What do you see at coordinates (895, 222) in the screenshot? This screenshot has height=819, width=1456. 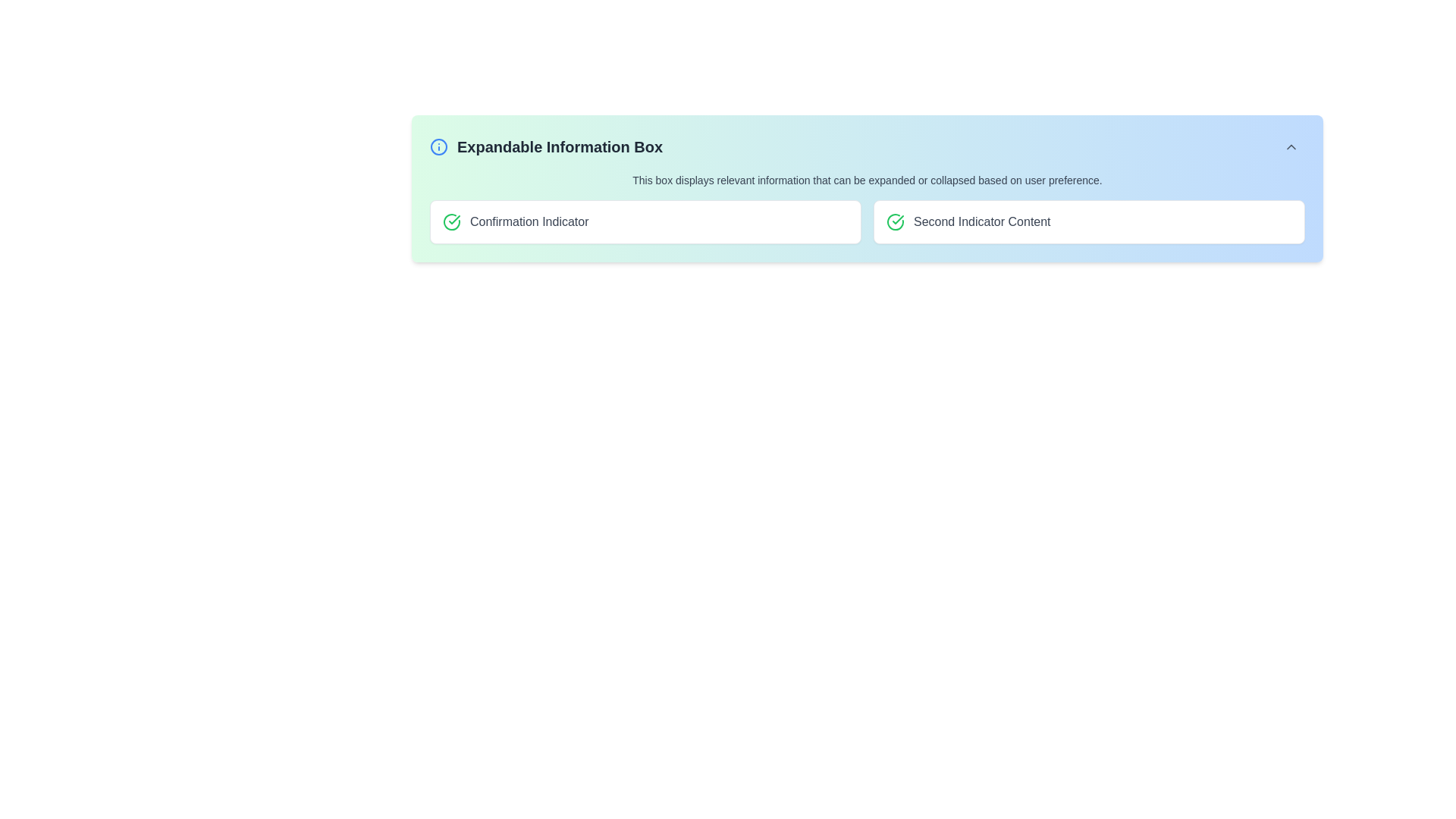 I see `the circular icon with a green outline and a checkmark inside, located in the 'Second Indicator Content' section at the top right of the interface` at bounding box center [895, 222].